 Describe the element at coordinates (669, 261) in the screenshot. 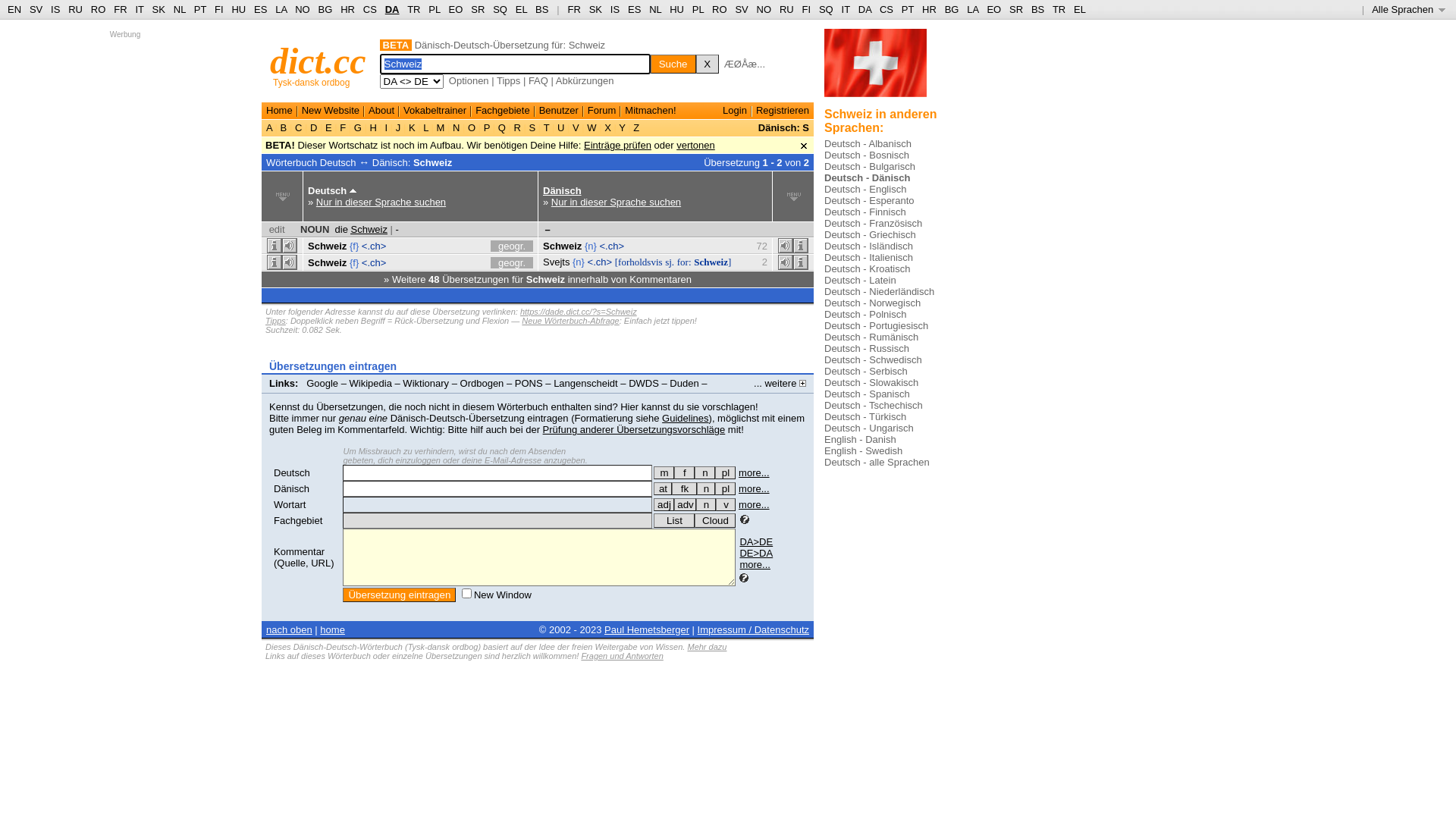

I see `'sj.'` at that location.